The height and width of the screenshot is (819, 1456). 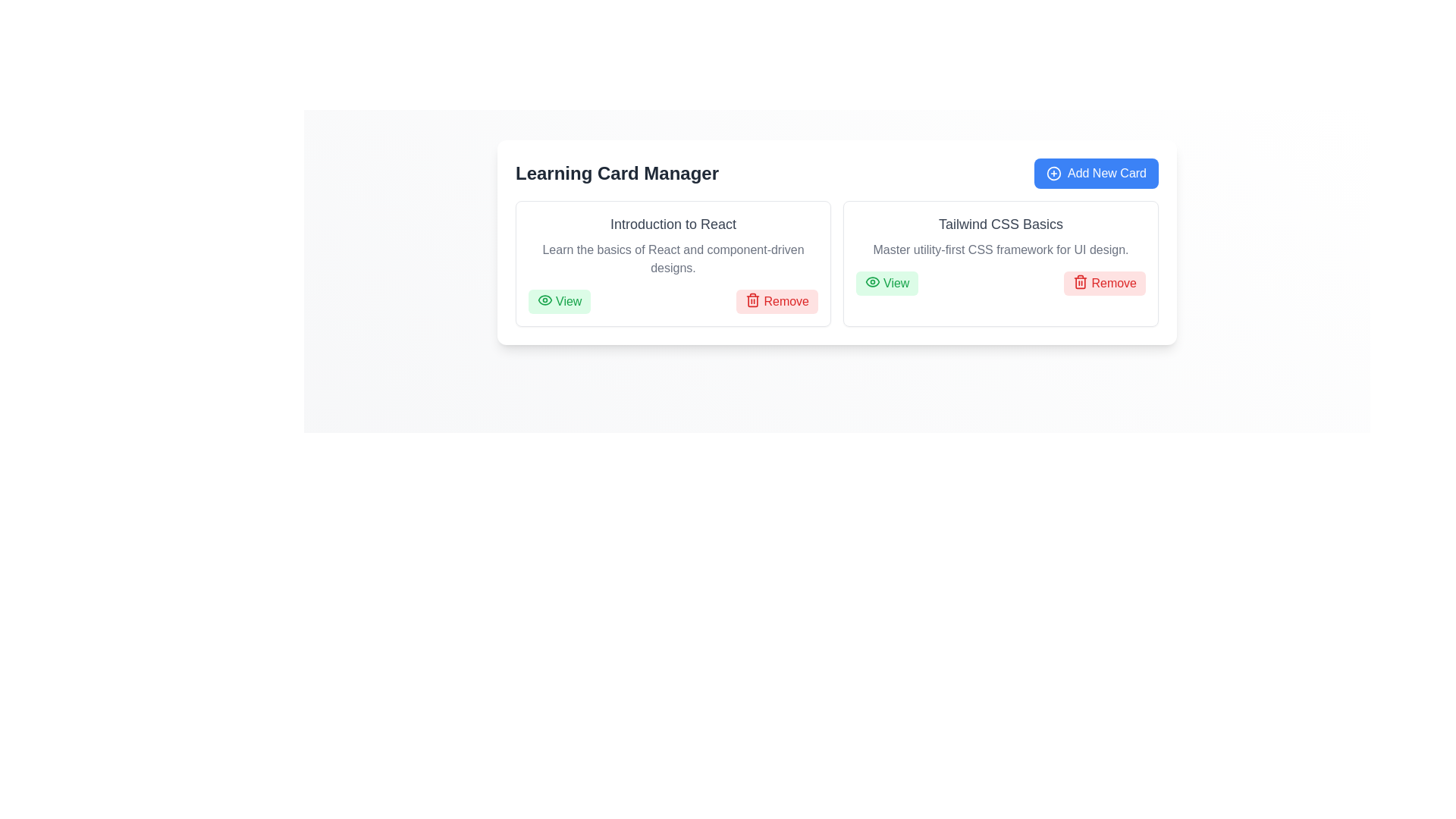 I want to click on the green rounded button labeled 'View' with an eye icon located in the bottom-left corner of the 'Introduction to React' card, so click(x=559, y=301).